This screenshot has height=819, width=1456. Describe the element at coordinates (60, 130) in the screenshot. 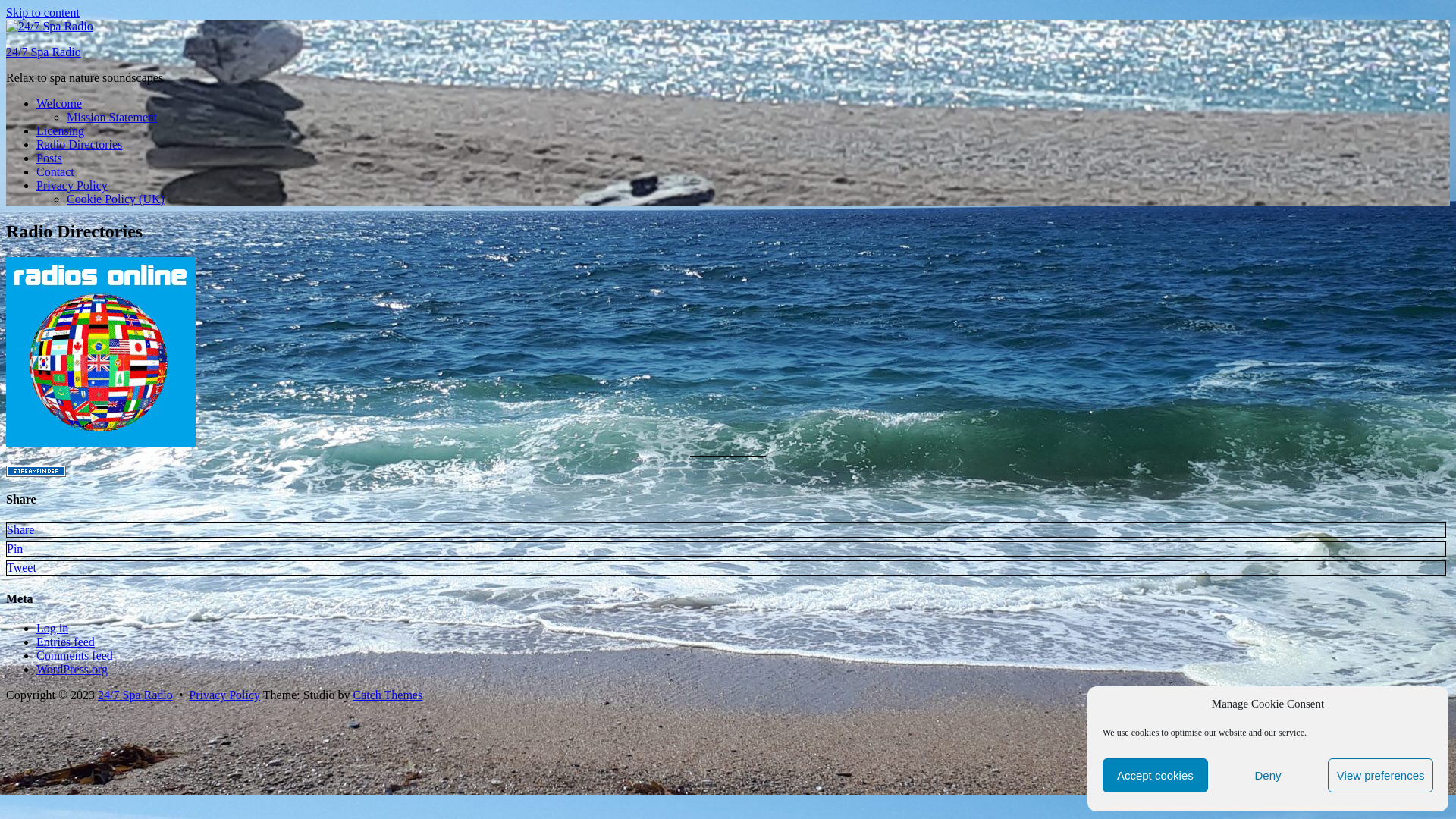

I see `'Licensing'` at that location.